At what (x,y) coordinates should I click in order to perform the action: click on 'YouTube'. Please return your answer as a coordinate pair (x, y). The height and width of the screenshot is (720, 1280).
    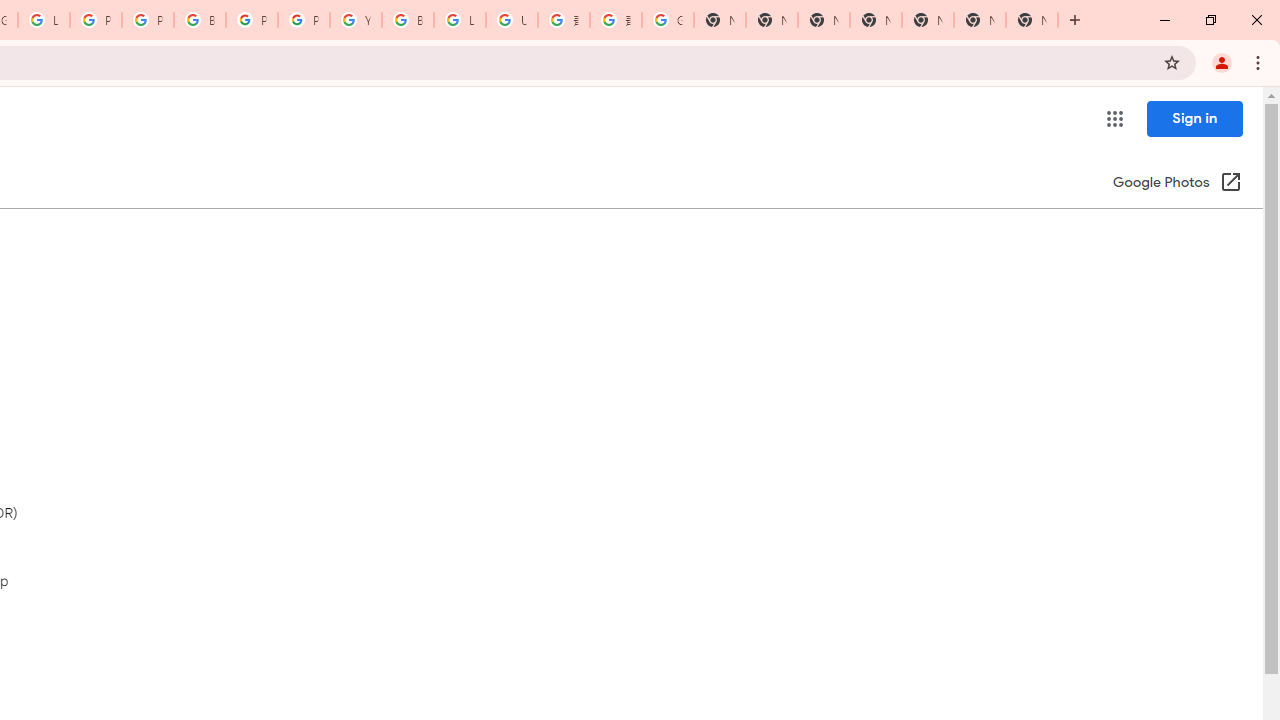
    Looking at the image, I should click on (355, 20).